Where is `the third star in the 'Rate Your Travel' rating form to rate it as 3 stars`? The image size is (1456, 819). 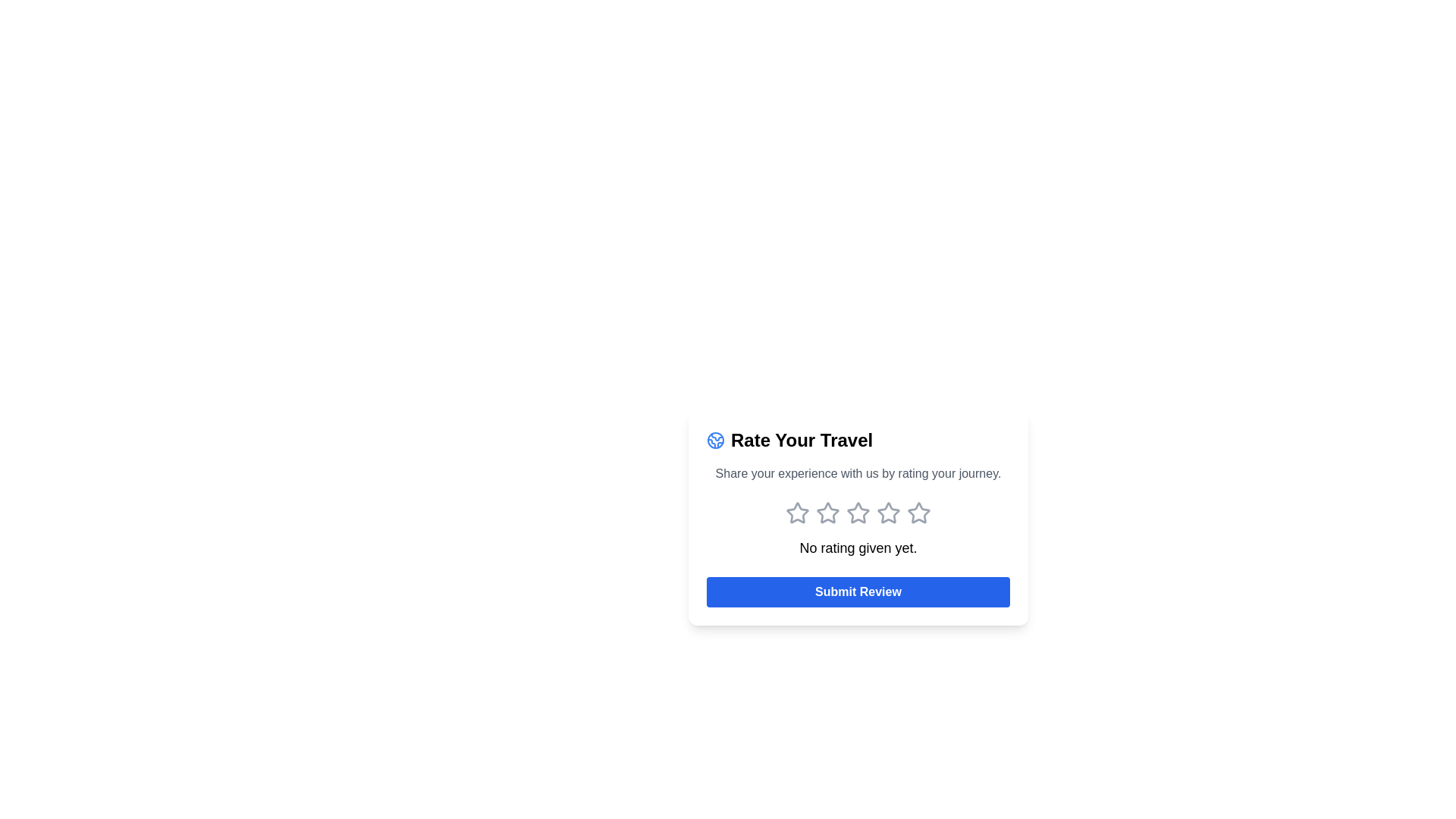 the third star in the 'Rate Your Travel' rating form to rate it as 3 stars is located at coordinates (858, 513).